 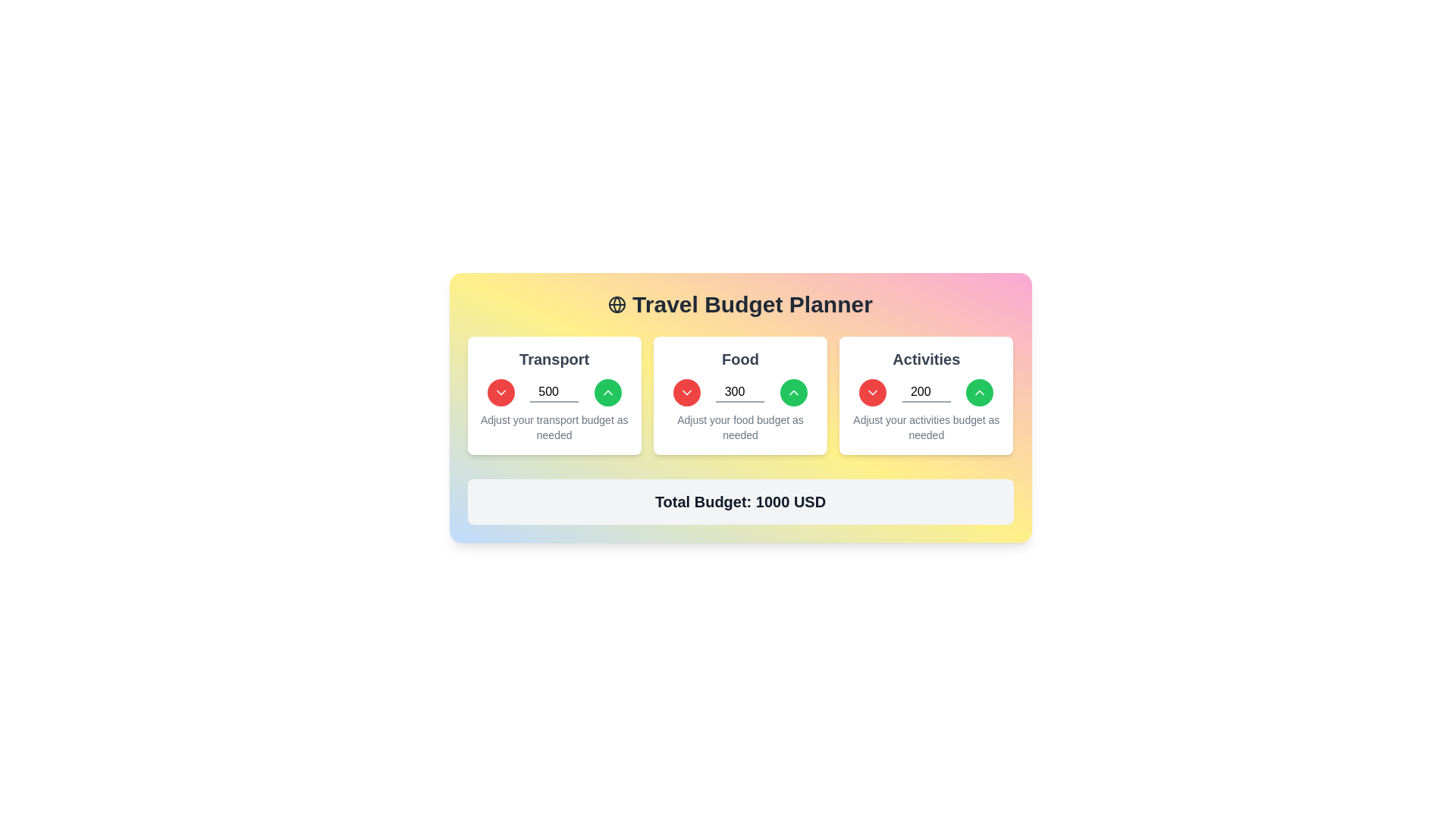 What do you see at coordinates (740, 427) in the screenshot?
I see `the static text that says 'Adjust your food budget as needed', which is styled in gray and located beneath the value input field of the 'Food' card` at bounding box center [740, 427].